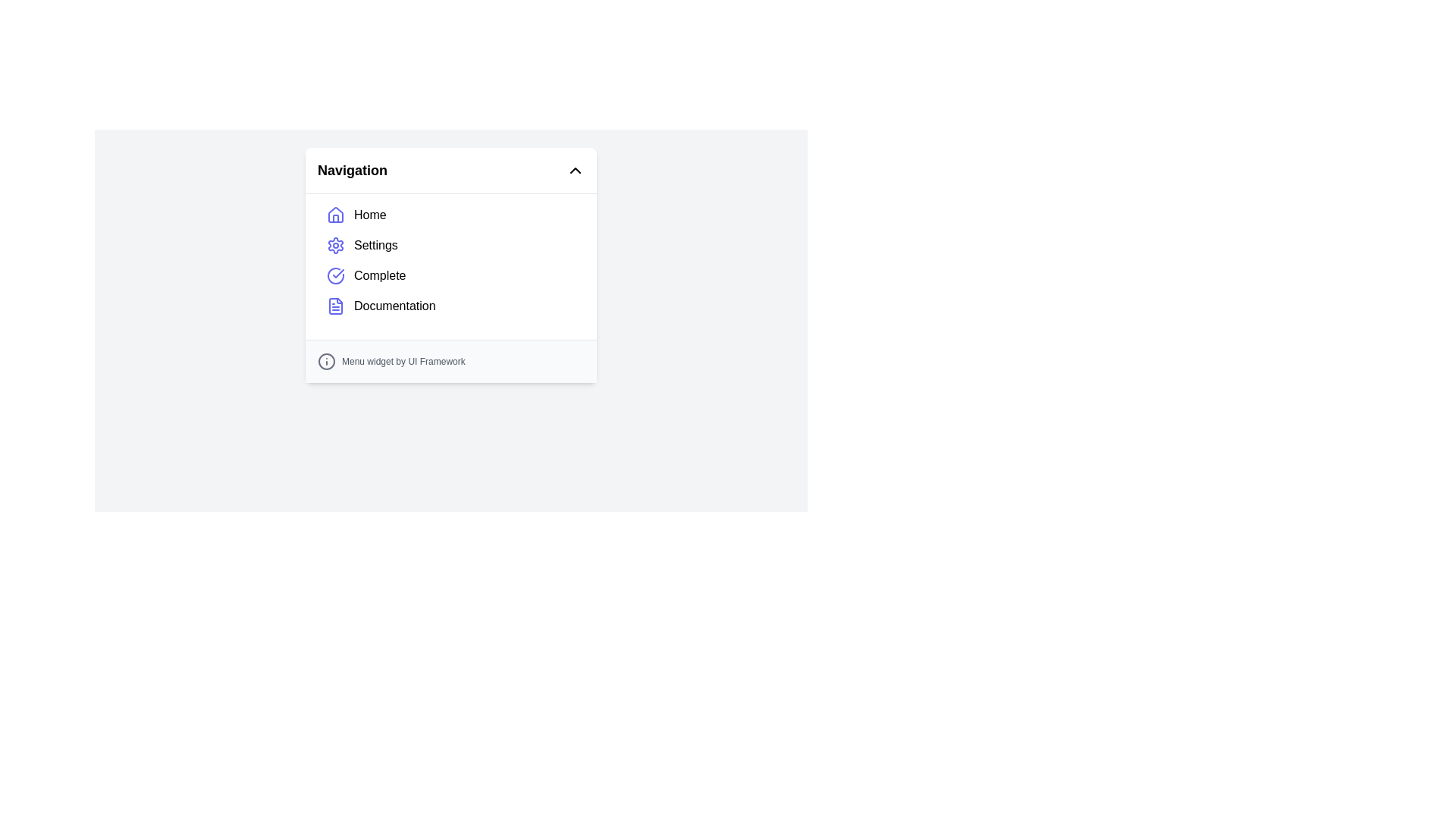 The height and width of the screenshot is (819, 1456). What do you see at coordinates (334, 215) in the screenshot?
I see `the 'Home' navigation icon located near the top-left corner of the navigation menu, to the left of the text 'Home'` at bounding box center [334, 215].